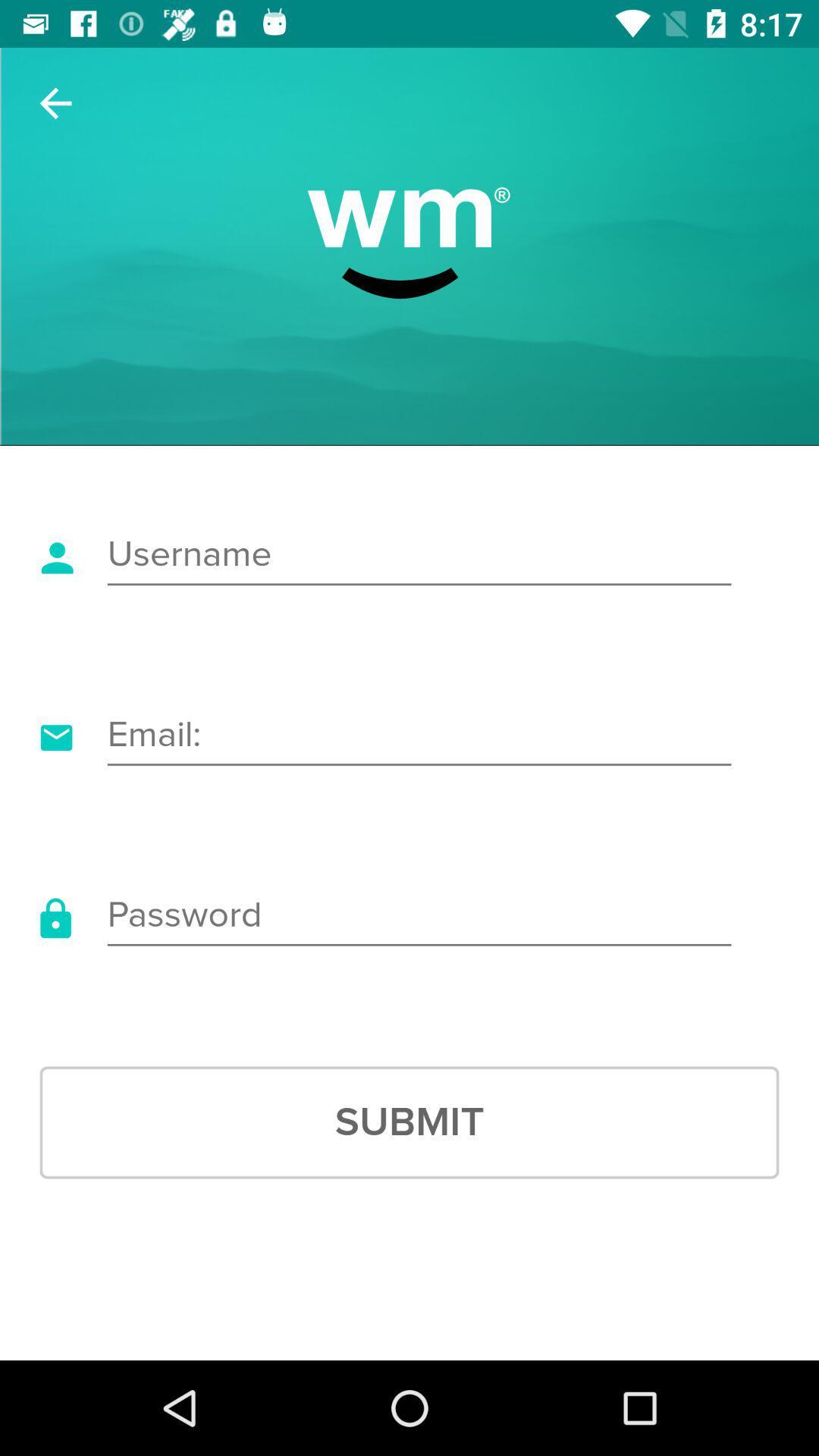 The height and width of the screenshot is (1456, 819). I want to click on the item at the top left corner, so click(55, 102).